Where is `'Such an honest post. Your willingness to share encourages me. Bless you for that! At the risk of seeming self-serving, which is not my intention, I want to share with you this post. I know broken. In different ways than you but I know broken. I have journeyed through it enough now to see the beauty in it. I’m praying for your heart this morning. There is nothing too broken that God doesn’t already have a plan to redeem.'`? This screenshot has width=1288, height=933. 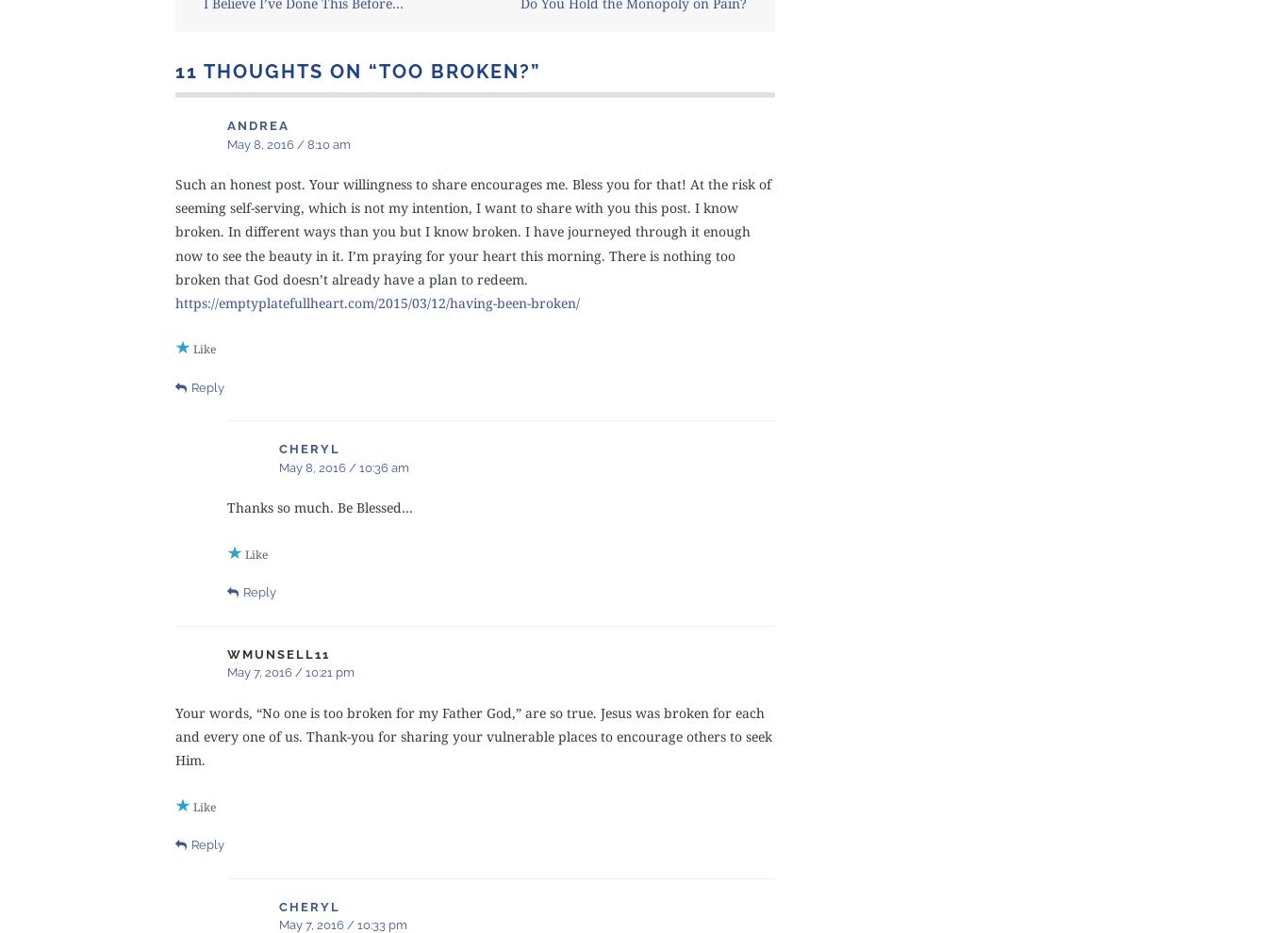 'Such an honest post. Your willingness to share encourages me. Bless you for that! At the risk of seeming self-serving, which is not my intention, I want to share with you this post. I know broken. In different ways than you but I know broken. I have journeyed through it enough now to see the beauty in it. I’m praying for your heart this morning. There is nothing too broken that God doesn’t already have a plan to redeem.' is located at coordinates (473, 230).